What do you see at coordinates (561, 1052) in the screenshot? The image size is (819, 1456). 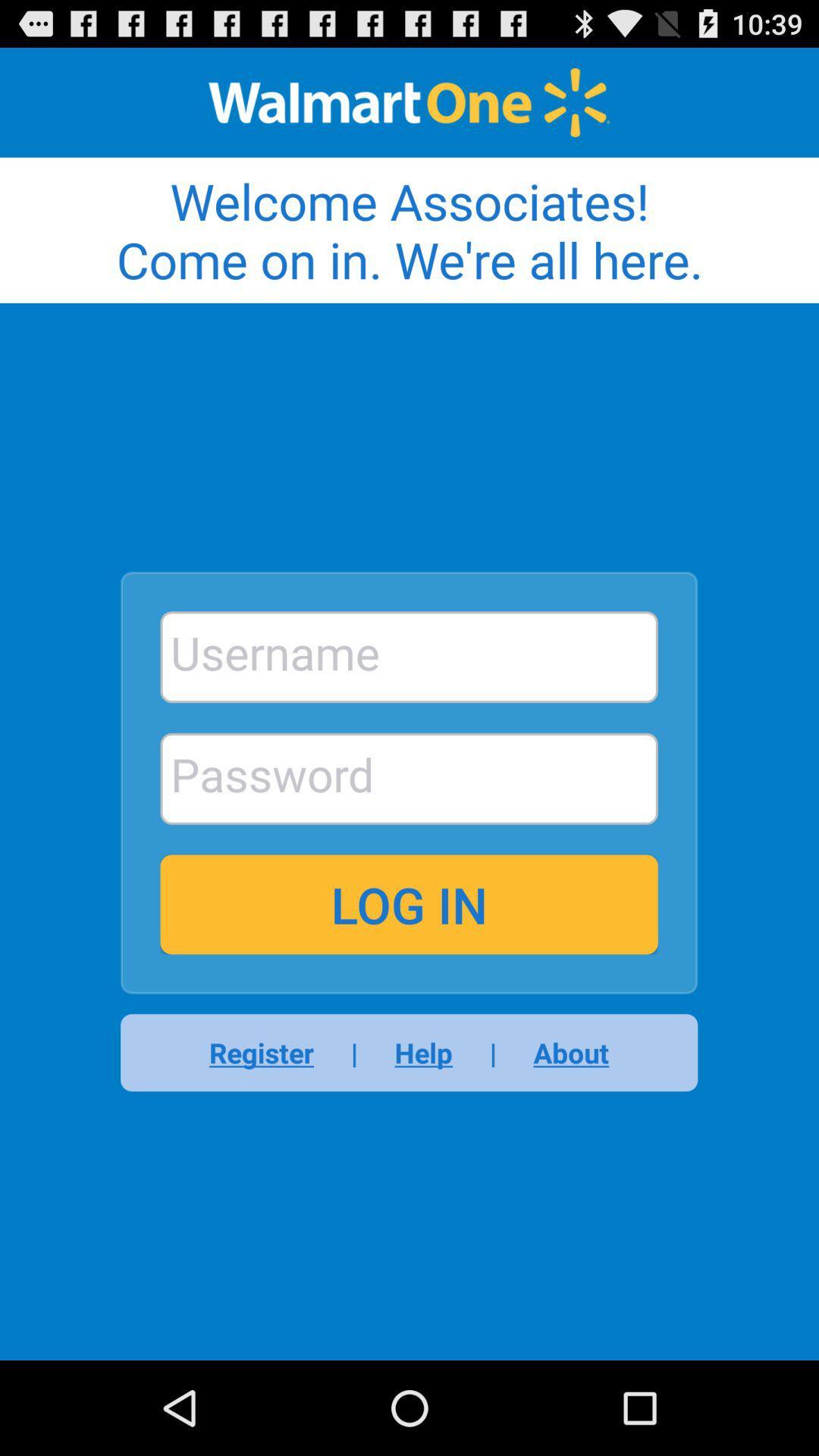 I see `the item below log in icon` at bounding box center [561, 1052].